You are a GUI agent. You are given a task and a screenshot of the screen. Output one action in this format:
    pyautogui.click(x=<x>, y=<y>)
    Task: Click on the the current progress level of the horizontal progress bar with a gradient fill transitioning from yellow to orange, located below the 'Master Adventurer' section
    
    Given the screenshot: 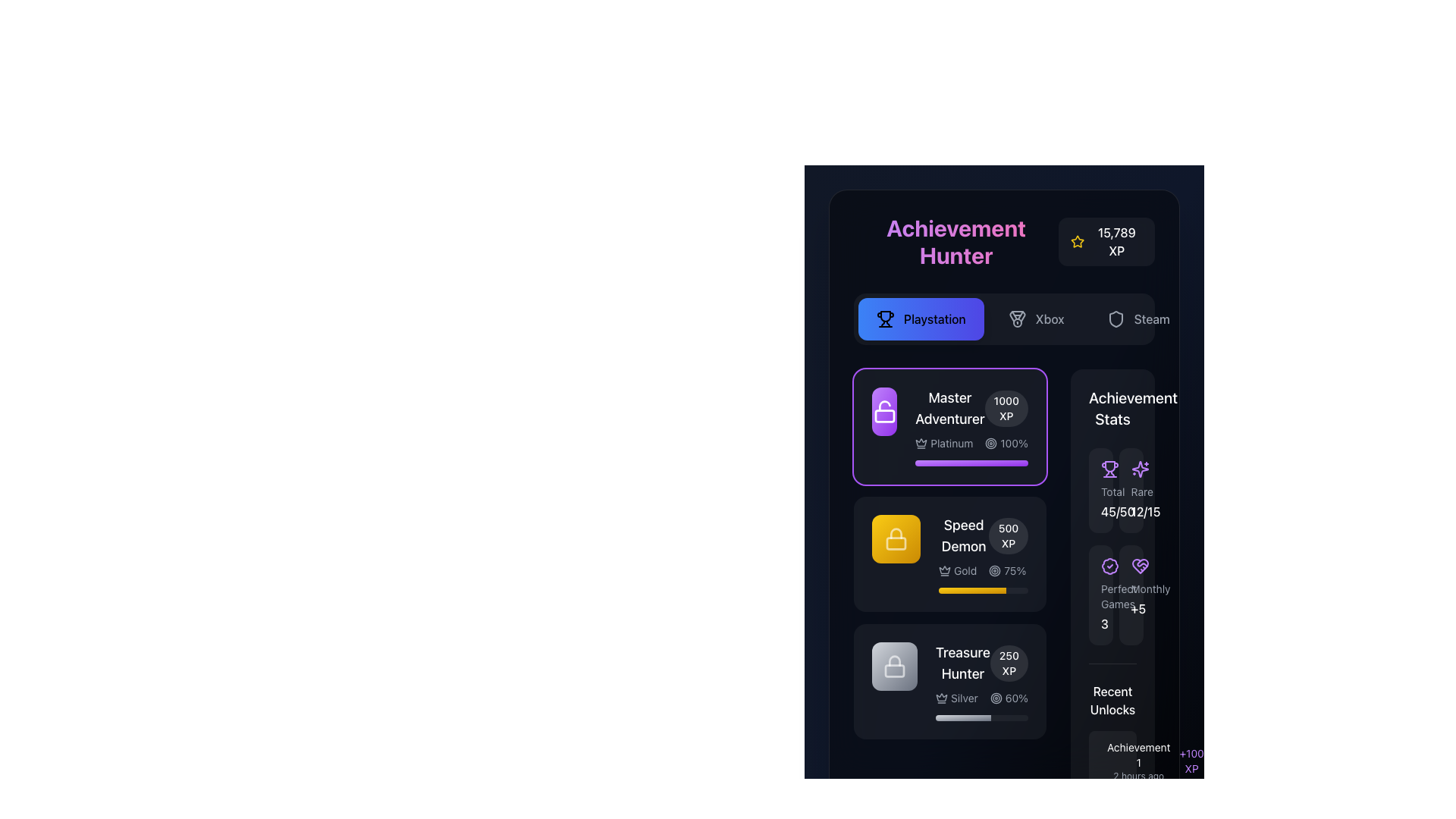 What is the action you would take?
    pyautogui.click(x=972, y=590)
    